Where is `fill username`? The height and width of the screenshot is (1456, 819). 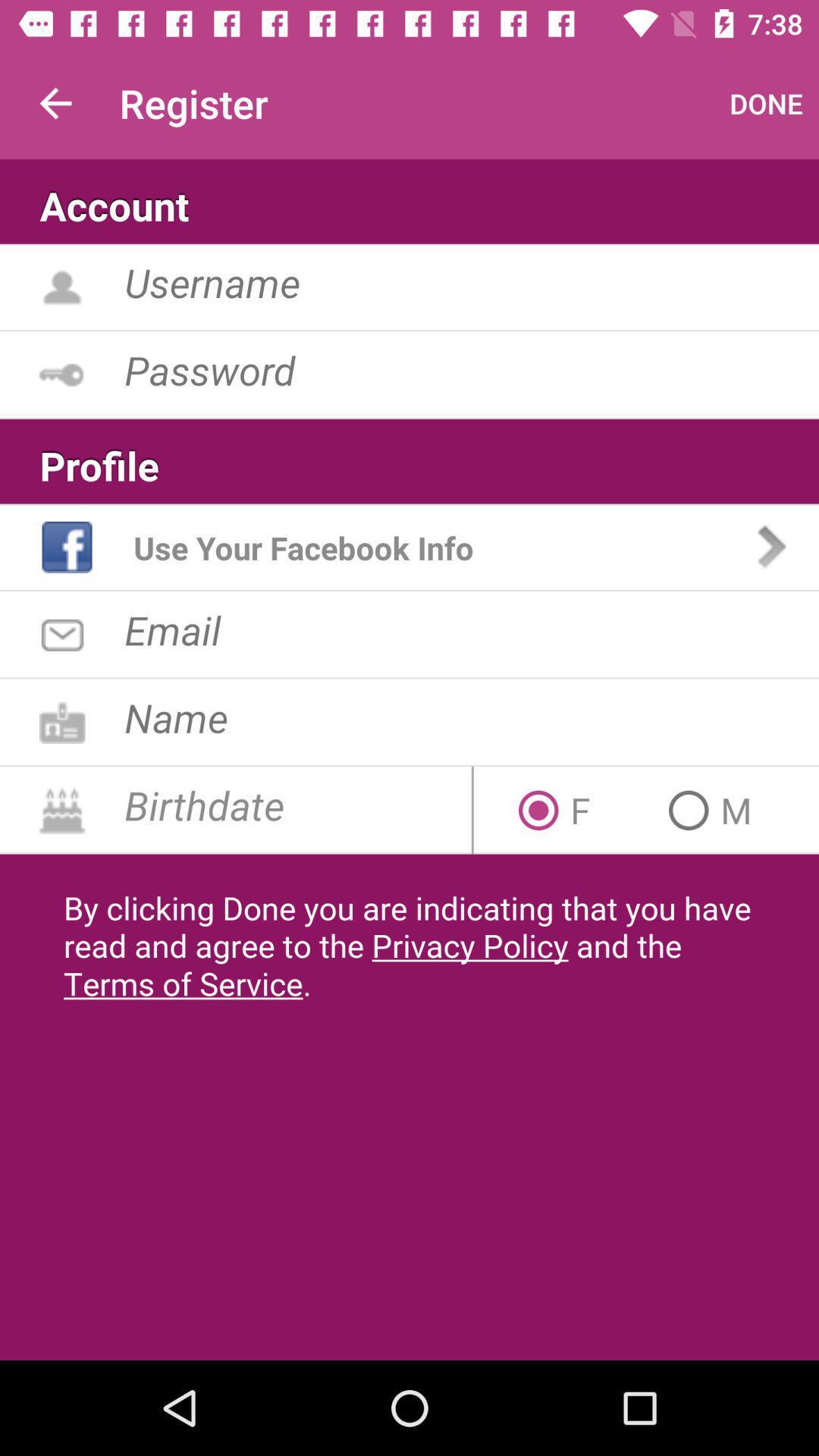 fill username is located at coordinates (471, 282).